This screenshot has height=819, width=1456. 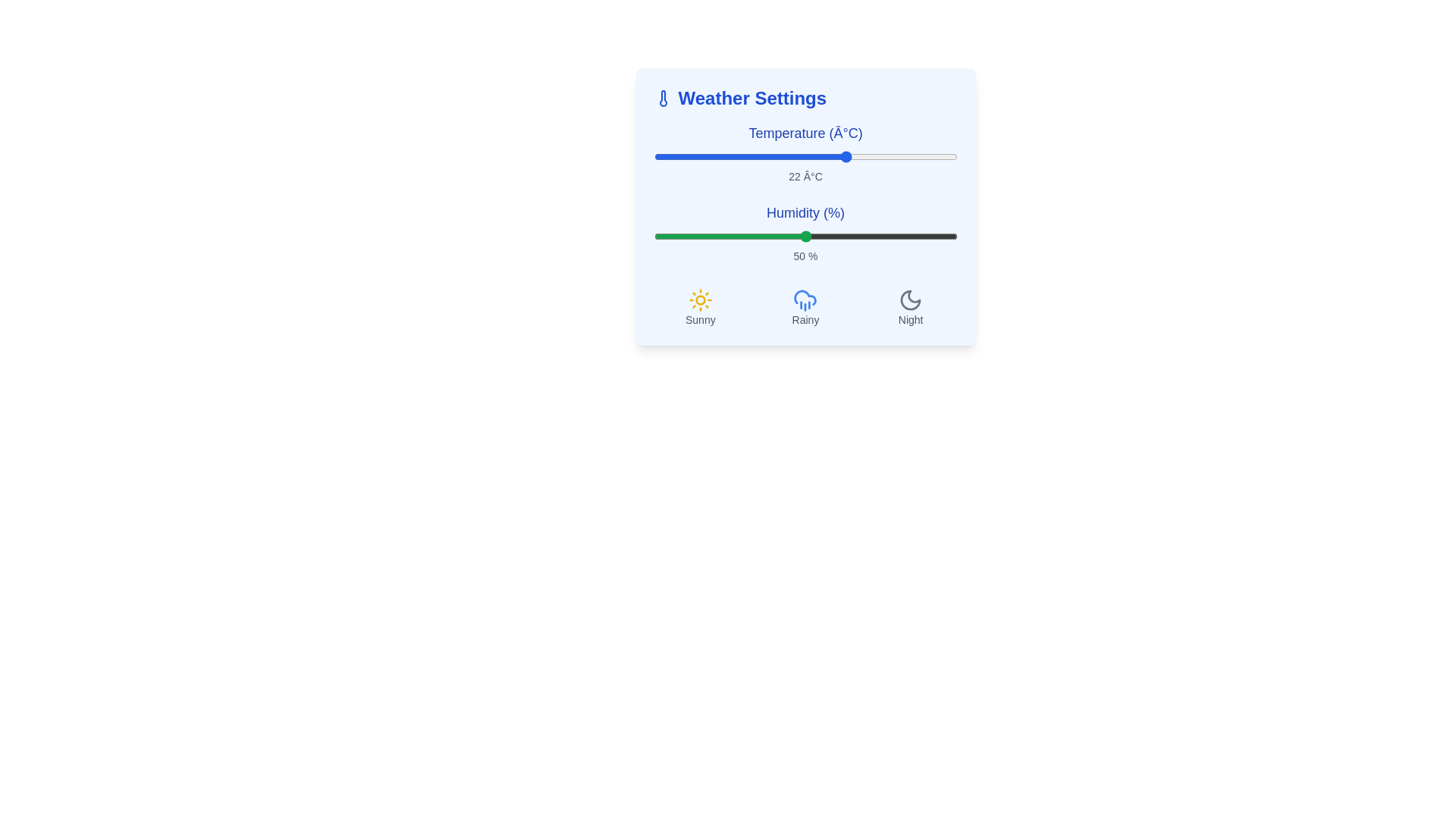 I want to click on the humidity, so click(x=748, y=237).